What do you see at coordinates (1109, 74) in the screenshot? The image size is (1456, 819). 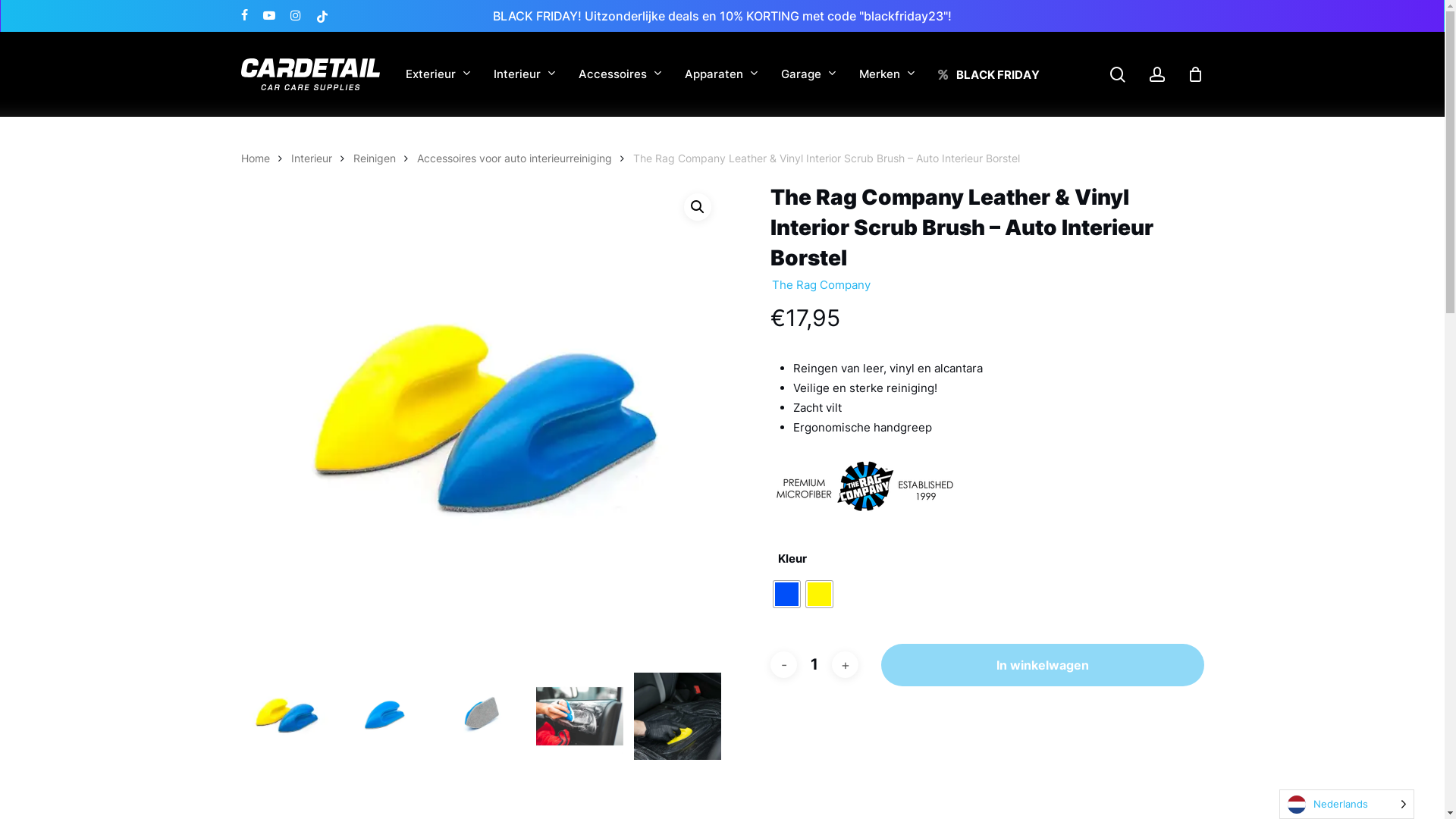 I see `'search'` at bounding box center [1109, 74].